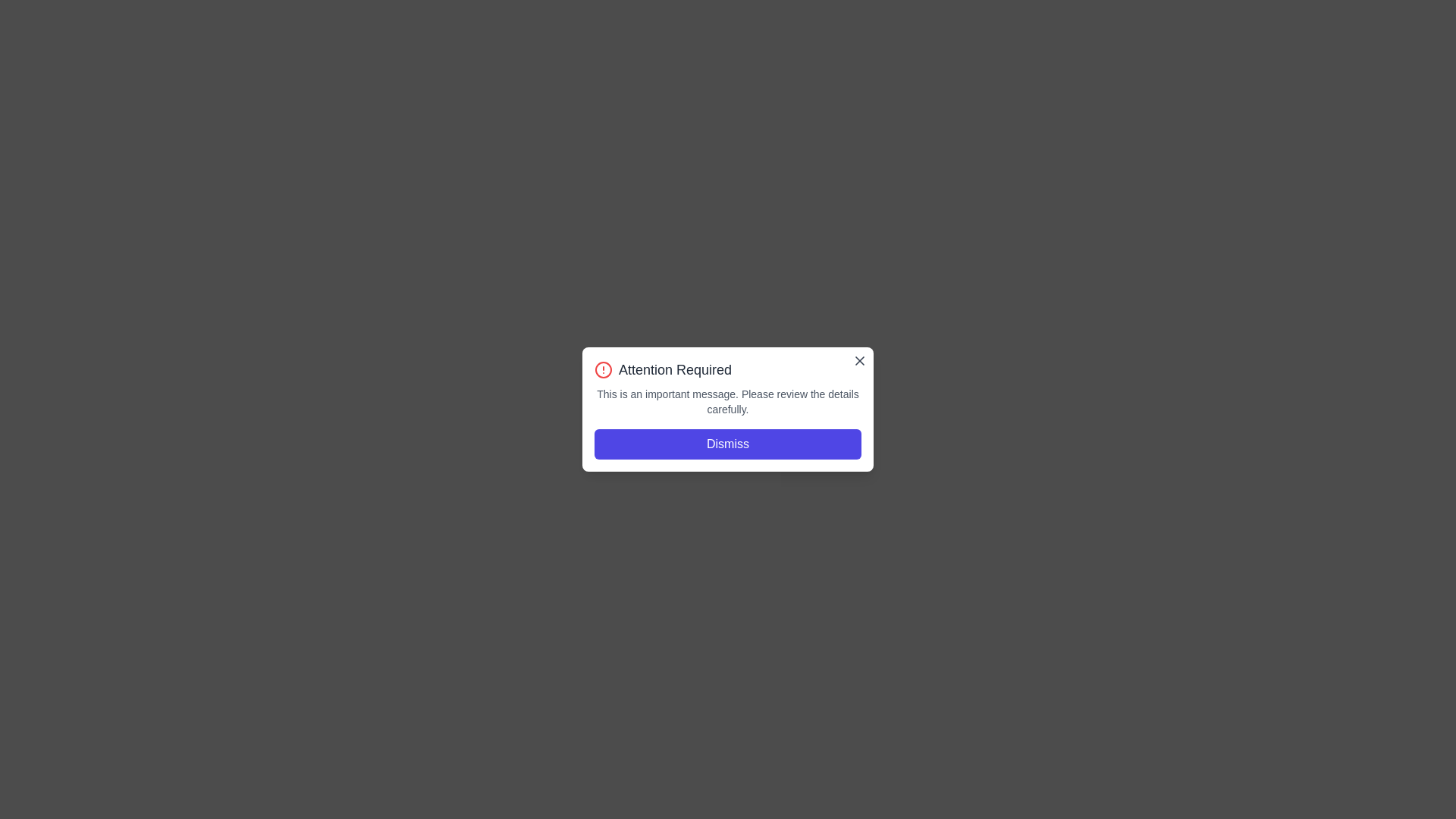 Image resolution: width=1456 pixels, height=819 pixels. What do you see at coordinates (859, 360) in the screenshot?
I see `the close icon located in the top-right corner of the 'Attention Required' dialog box, which is represented as a graphical component in an SVG` at bounding box center [859, 360].